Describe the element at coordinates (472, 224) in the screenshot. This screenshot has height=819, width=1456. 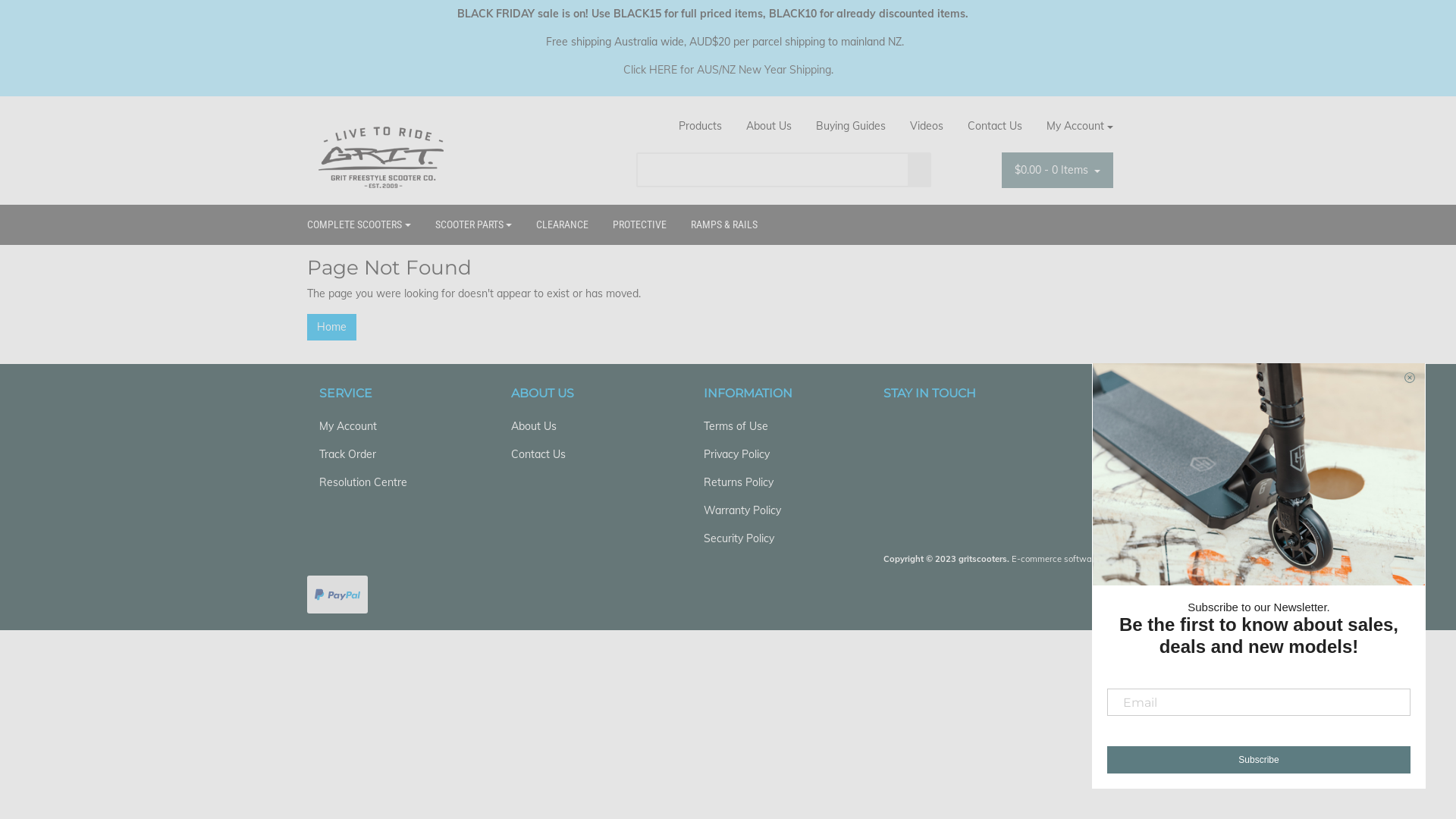
I see `'SCOOTER PARTS'` at that location.